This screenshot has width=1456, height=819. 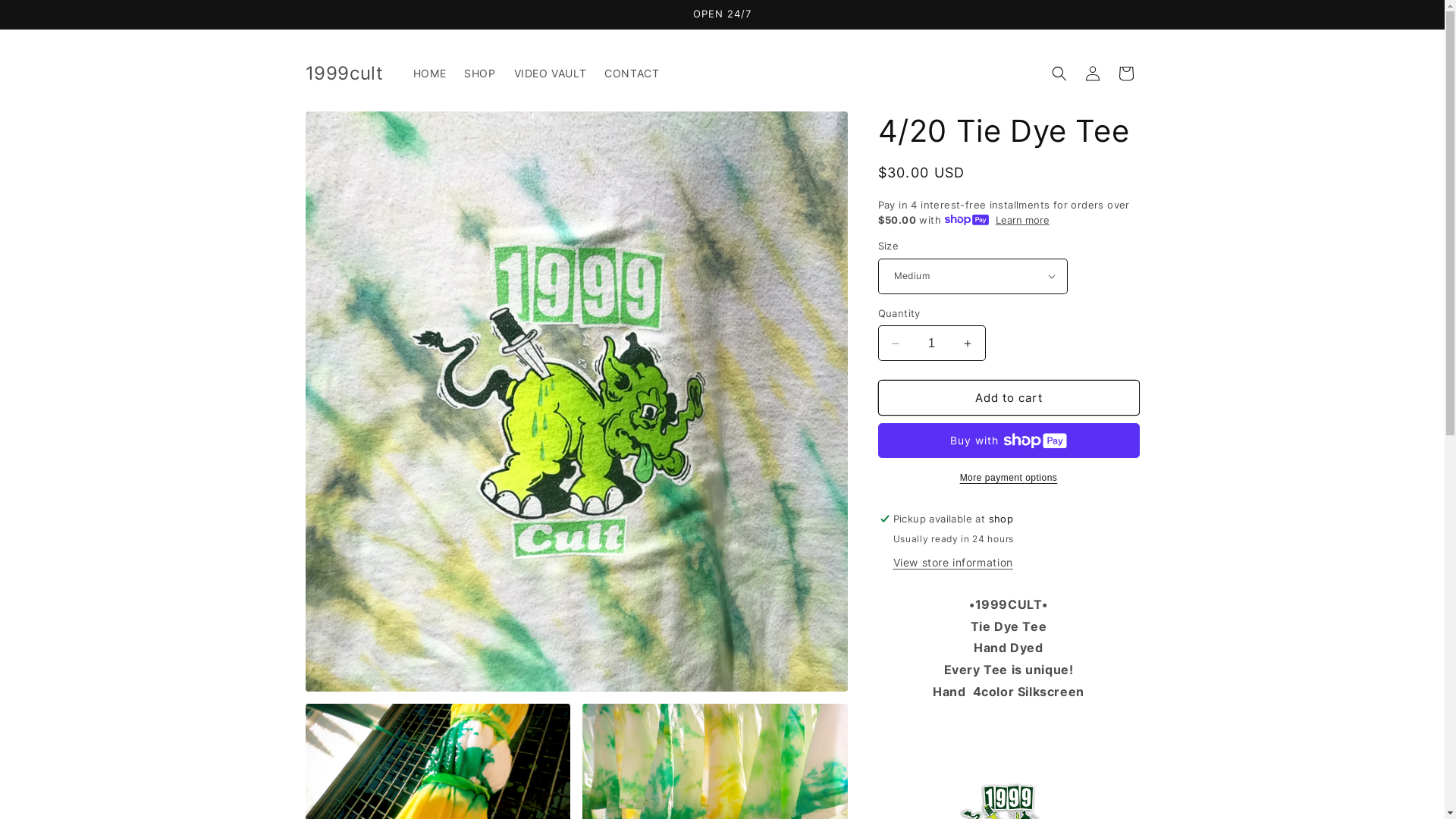 What do you see at coordinates (454, 73) in the screenshot?
I see `'SHOP'` at bounding box center [454, 73].